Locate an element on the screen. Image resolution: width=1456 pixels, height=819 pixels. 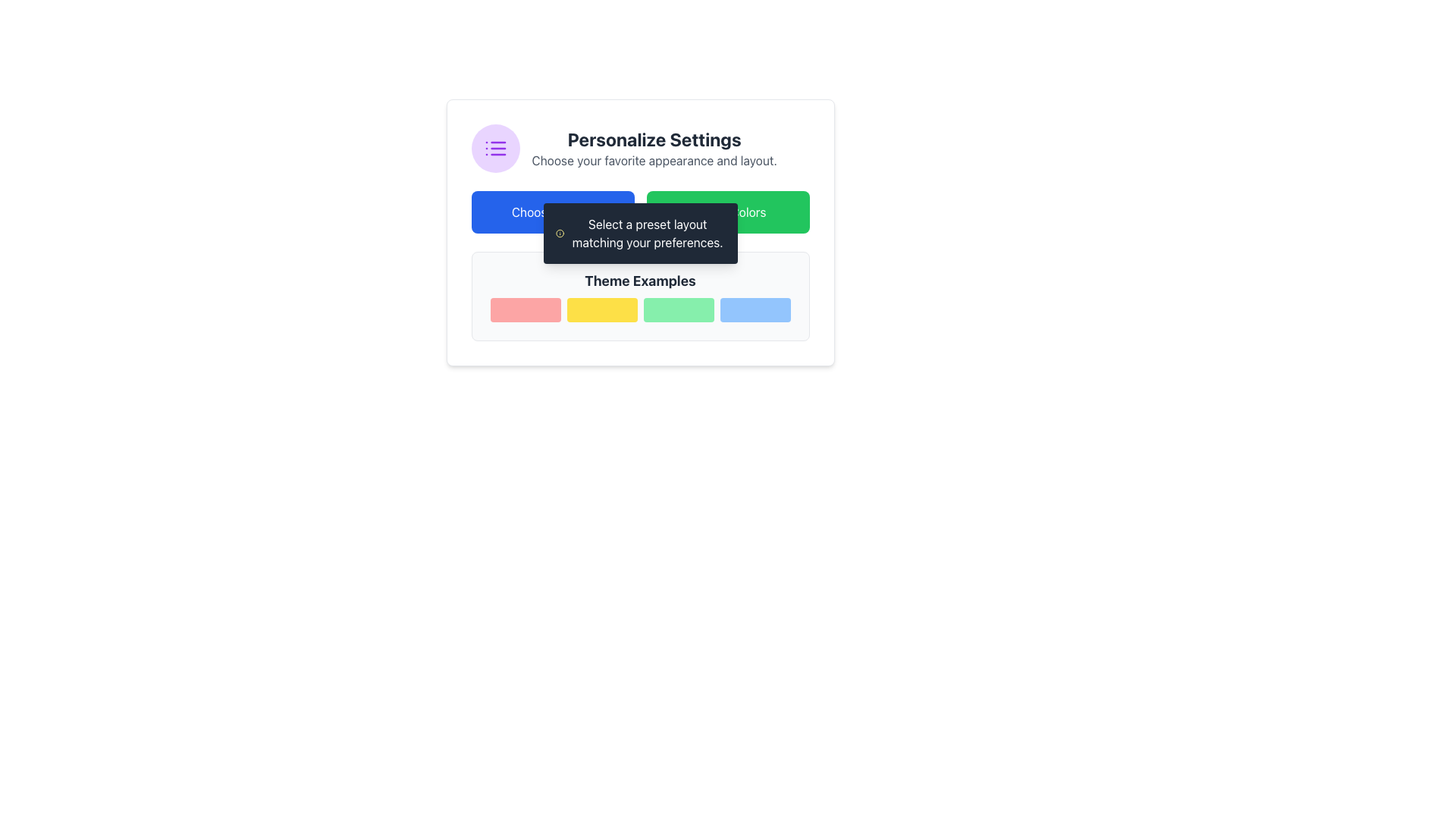
text of the section heading that introduces the 'Personalize Settings' feature, located at the top-left corner of the card above the description text is located at coordinates (654, 140).